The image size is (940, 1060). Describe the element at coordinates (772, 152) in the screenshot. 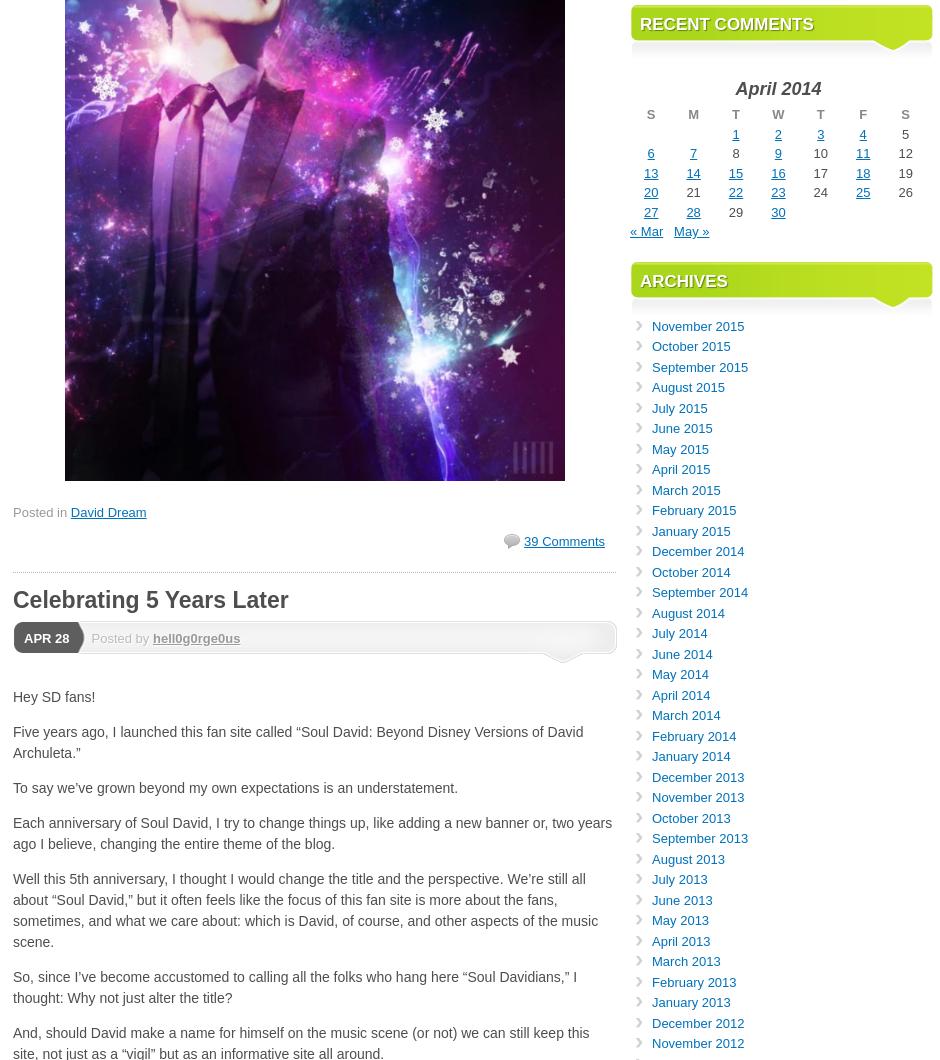

I see `'9'` at that location.